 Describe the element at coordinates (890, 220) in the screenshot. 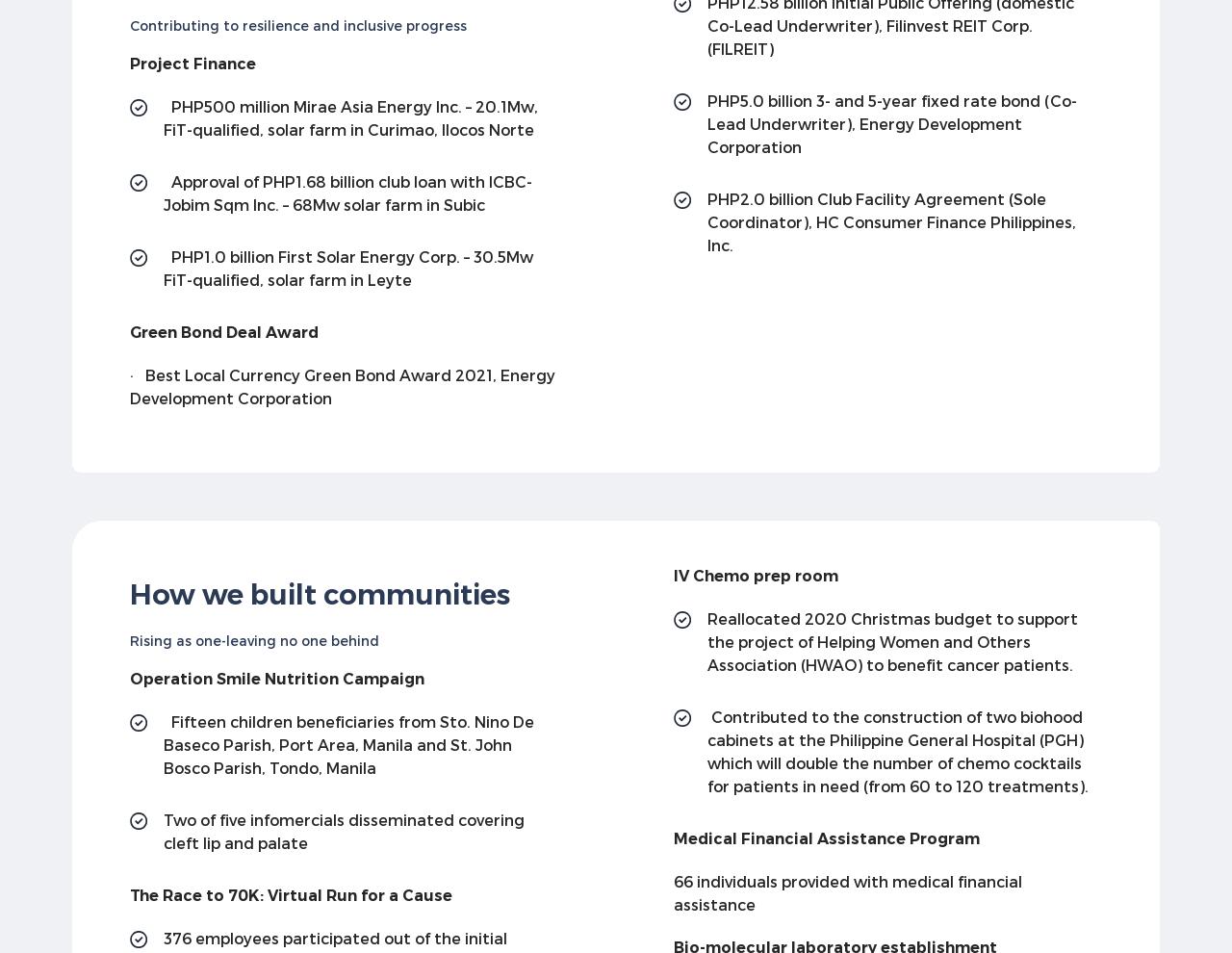

I see `'PHP2.0 billion Club Facility Agreement (Sole Coordinator), HC Consumer Finance Philippines, Inc.'` at that location.